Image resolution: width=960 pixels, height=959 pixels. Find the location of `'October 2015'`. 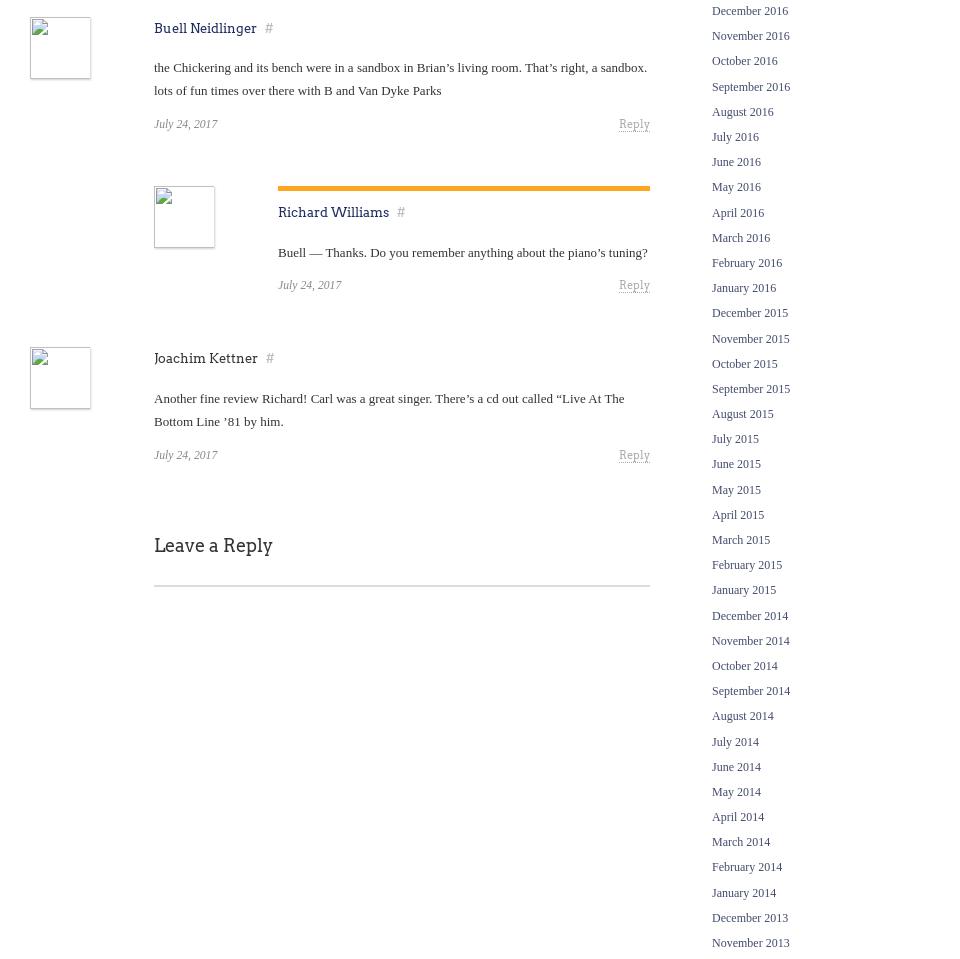

'October 2015' is located at coordinates (743, 362).